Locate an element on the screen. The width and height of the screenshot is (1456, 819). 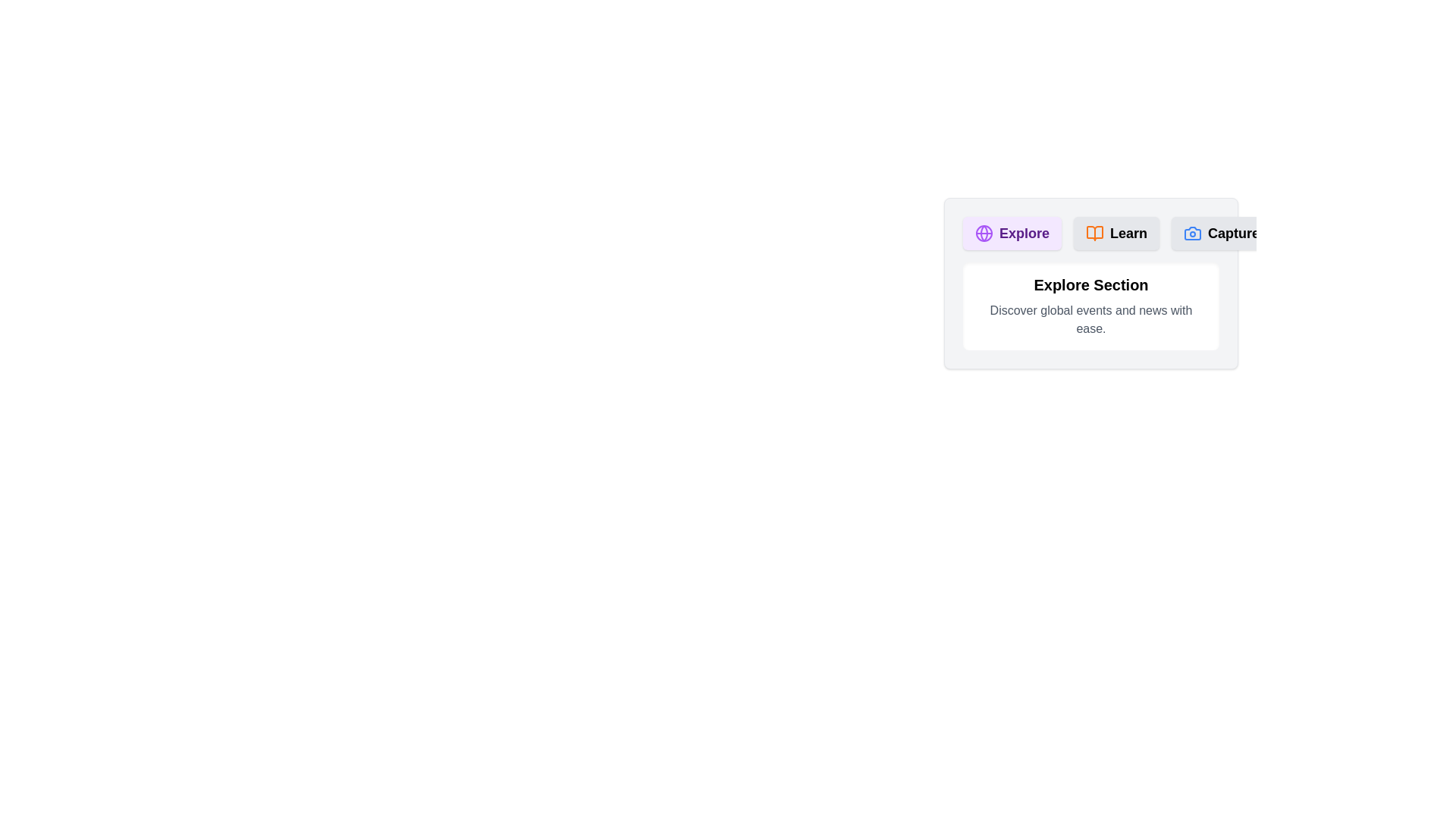
the tab labeled Learn to activate it is located at coordinates (1116, 234).